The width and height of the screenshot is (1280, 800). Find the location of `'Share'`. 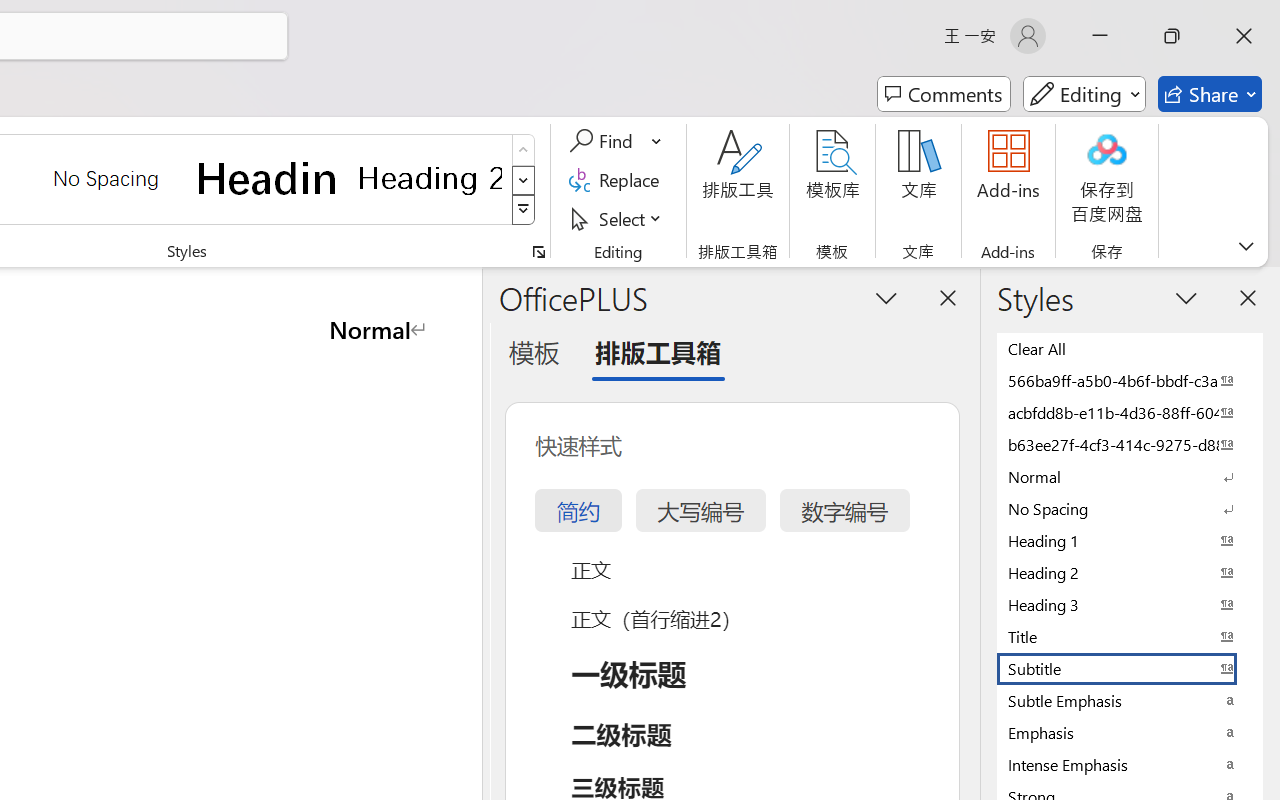

'Share' is located at coordinates (1209, 94).